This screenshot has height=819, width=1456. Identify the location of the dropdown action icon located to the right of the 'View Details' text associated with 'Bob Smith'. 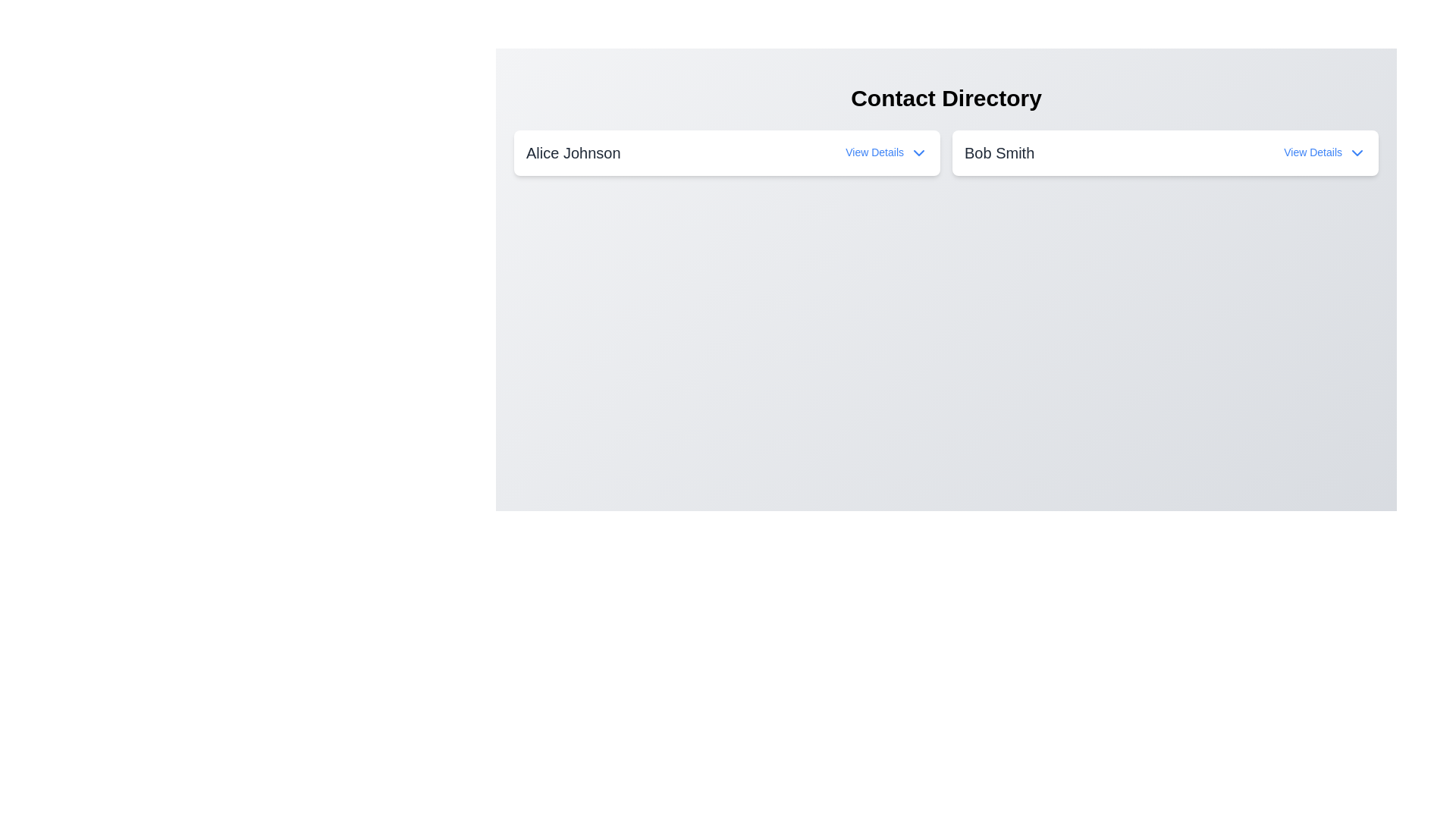
(1357, 152).